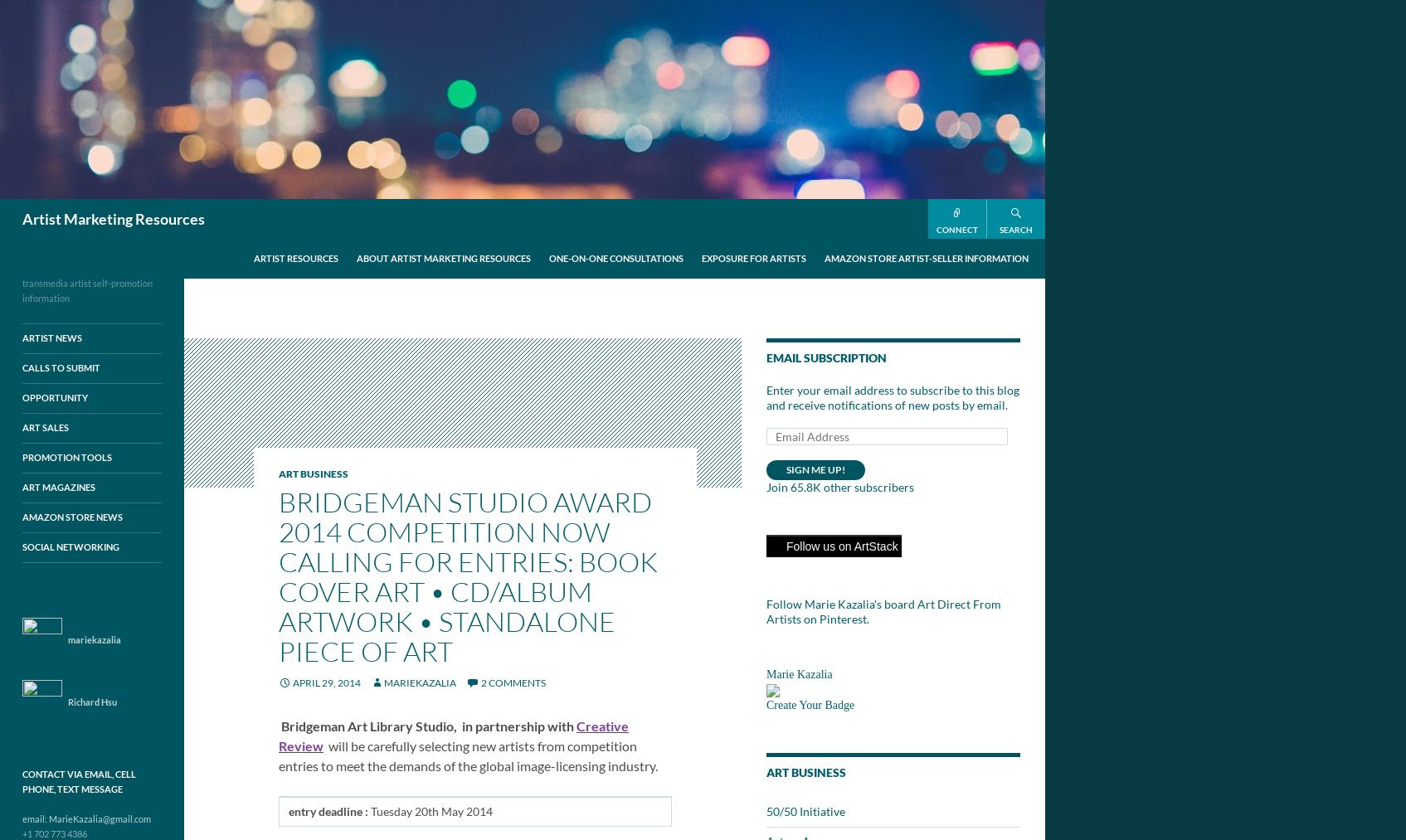 The image size is (1406, 840). I want to click on 'Follow us on ArtStack', so click(840, 545).